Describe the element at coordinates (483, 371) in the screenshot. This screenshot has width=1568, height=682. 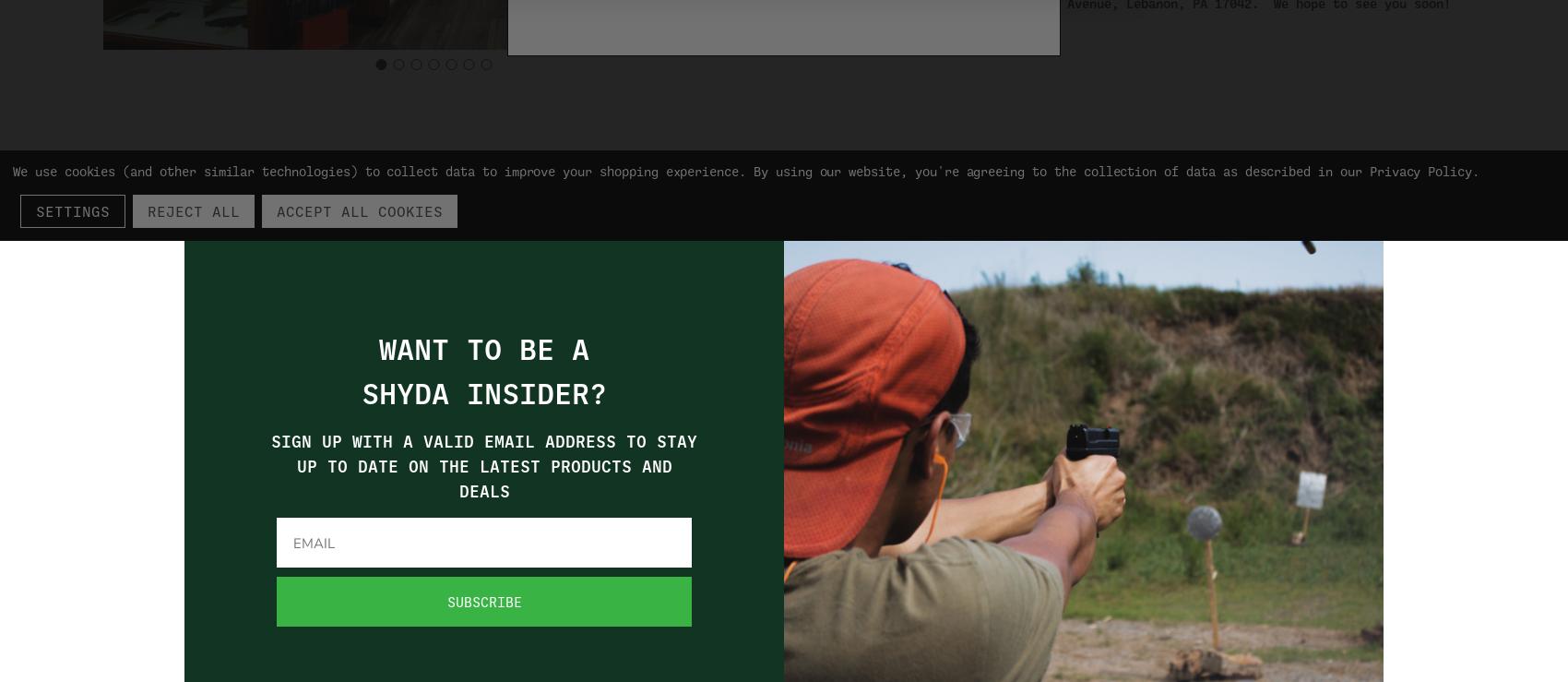
I see `'WANT TO BE A SHYDA INSIDER?'` at that location.